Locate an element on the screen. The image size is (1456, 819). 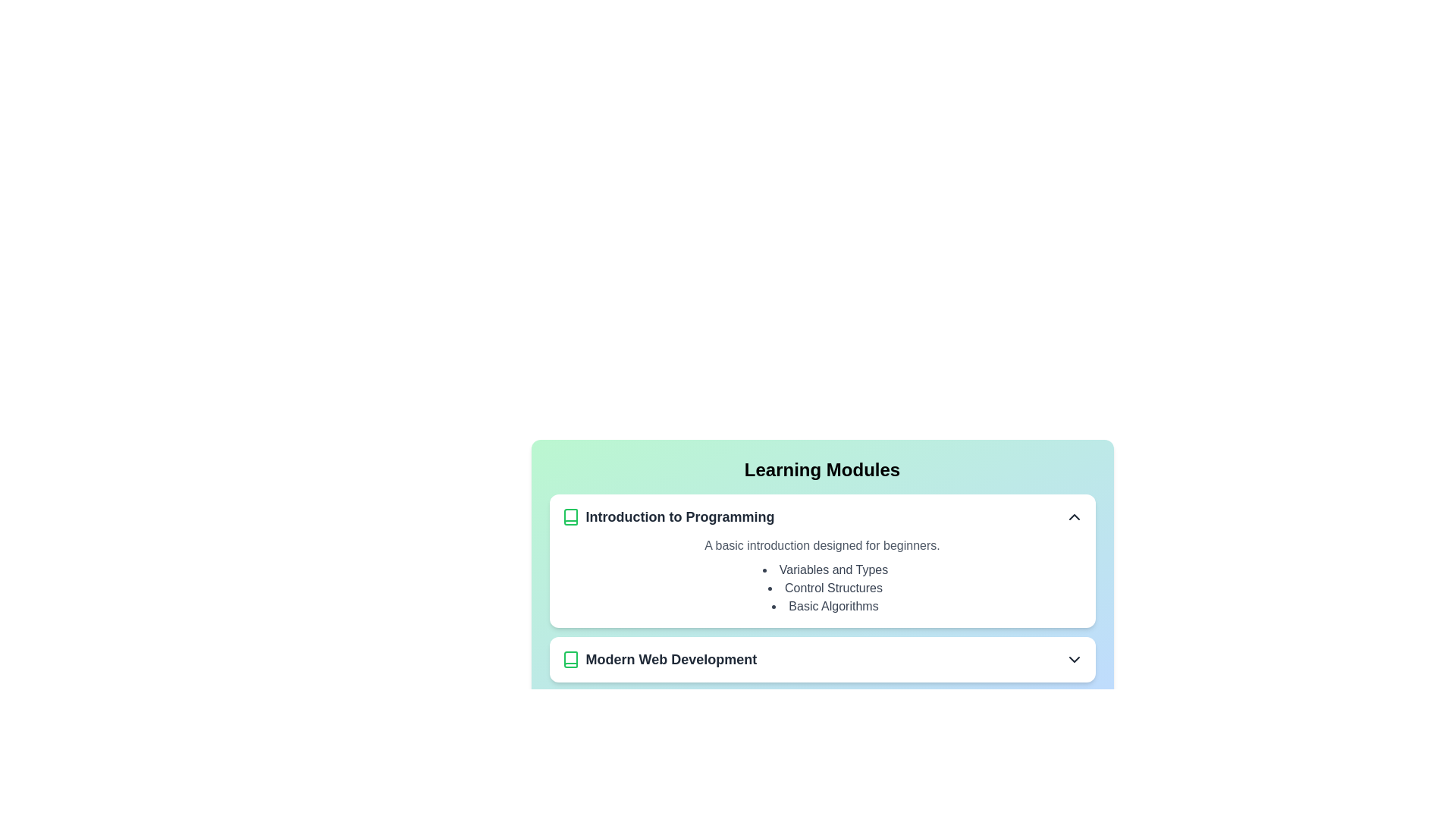
the Icon button located at the far right of the 'Introduction to Programming' section is located at coordinates (1073, 516).